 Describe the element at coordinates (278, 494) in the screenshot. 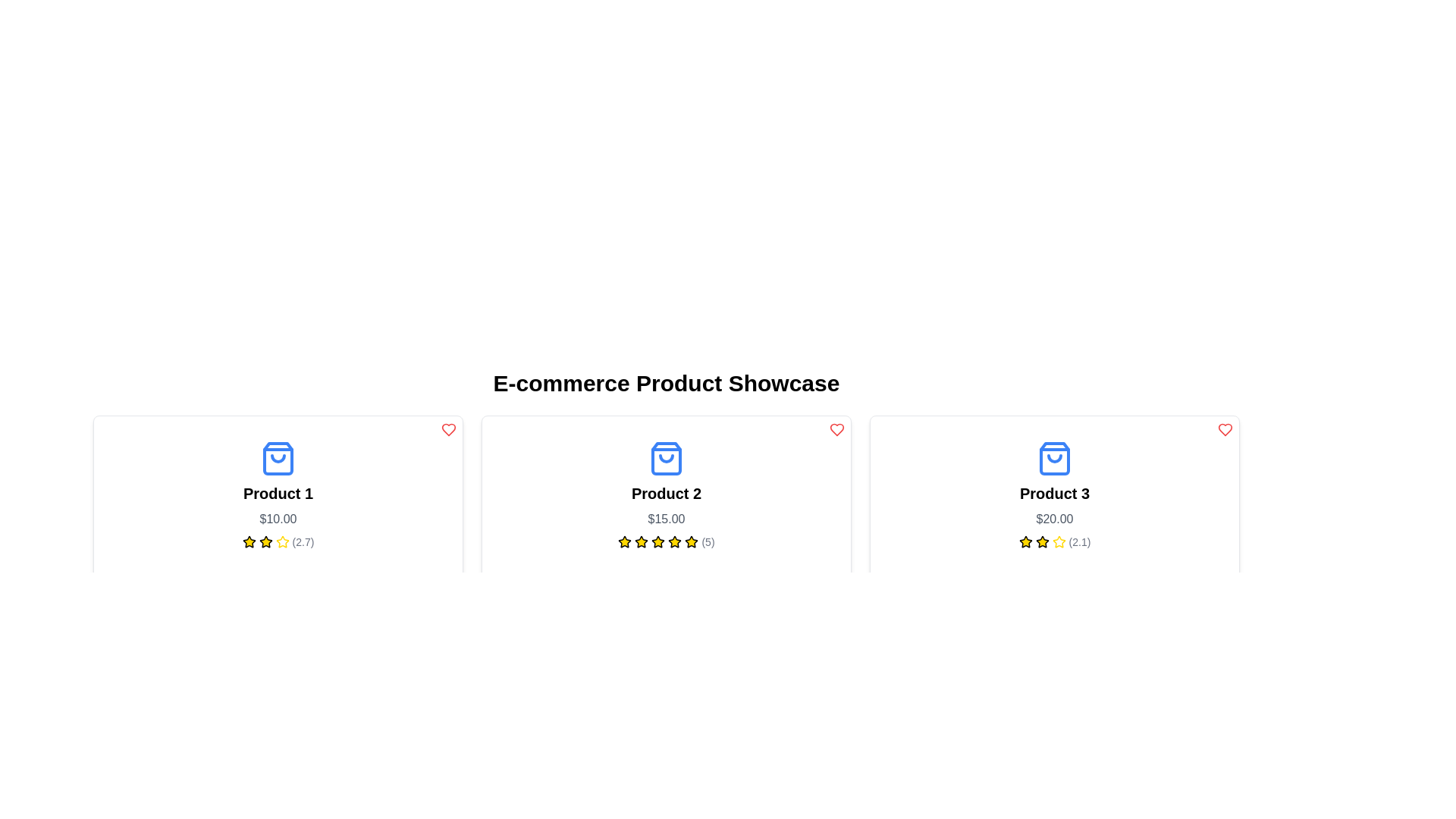

I see `text displaying the name of the product located in the leftmost product card, positioned below an icon and above a price label` at that location.